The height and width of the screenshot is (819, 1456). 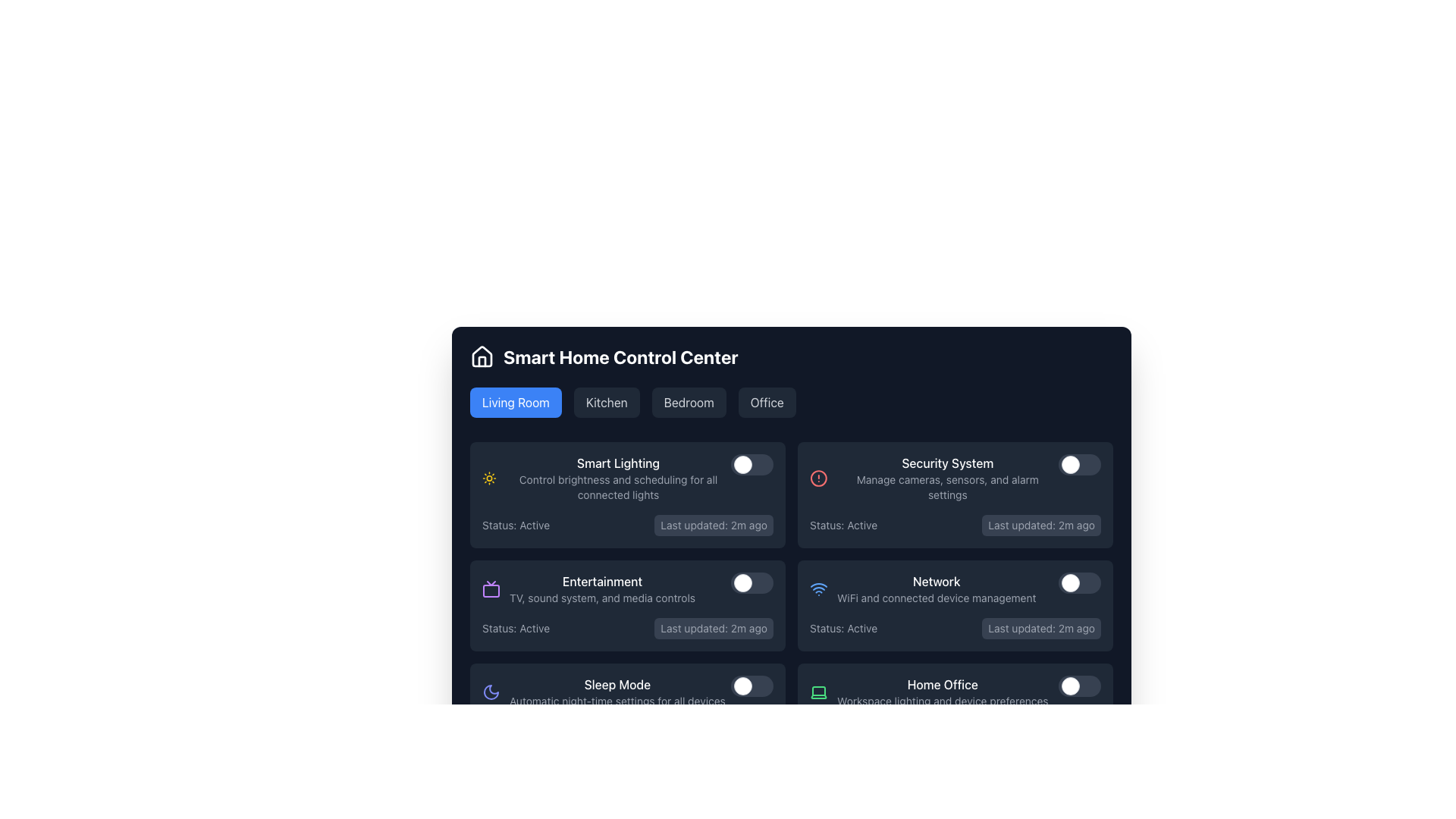 I want to click on the Text and Icon Group that describes the Sleep Mode functionality, located in the lower-left region of the interface within the Living Room section, to the left of the toggle switch, so click(x=603, y=692).